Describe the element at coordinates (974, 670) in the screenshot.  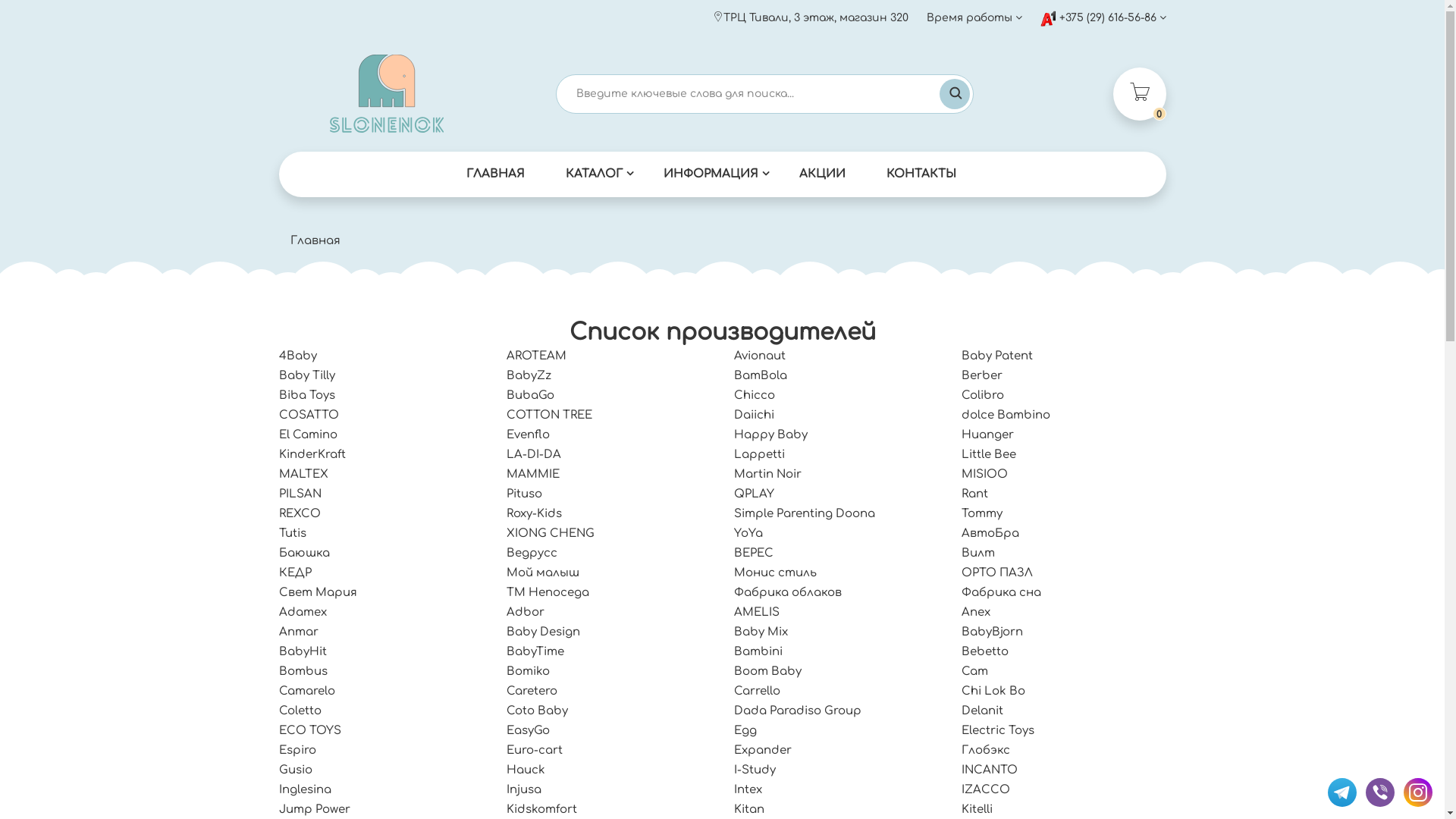
I see `'Cam'` at that location.